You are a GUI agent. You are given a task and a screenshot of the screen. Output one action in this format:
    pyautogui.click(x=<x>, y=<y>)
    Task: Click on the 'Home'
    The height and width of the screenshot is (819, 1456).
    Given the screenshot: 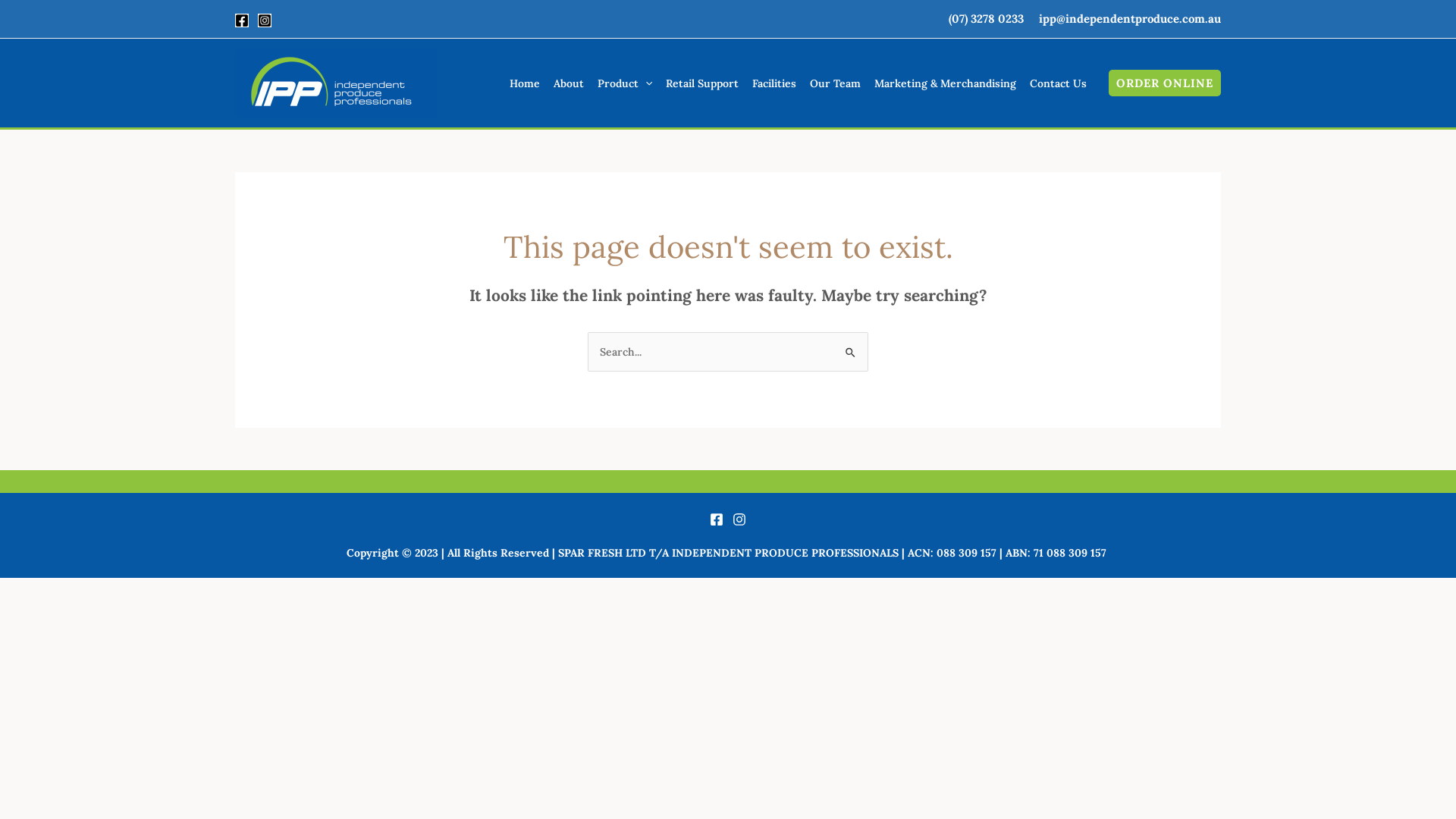 What is the action you would take?
    pyautogui.click(x=524, y=83)
    